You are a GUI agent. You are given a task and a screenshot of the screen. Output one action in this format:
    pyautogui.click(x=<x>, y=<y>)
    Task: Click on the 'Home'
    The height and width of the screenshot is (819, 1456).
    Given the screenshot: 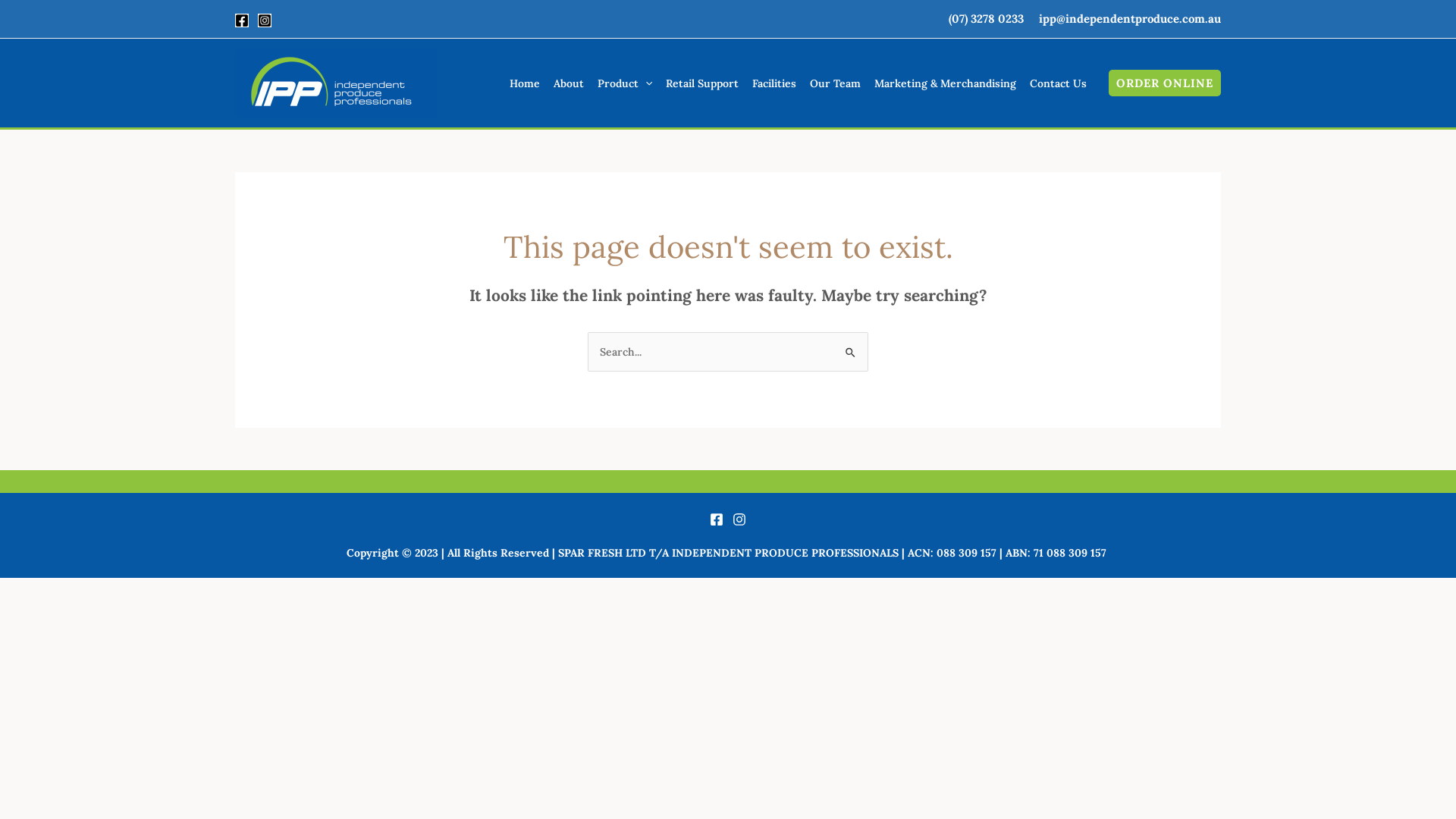 What is the action you would take?
    pyautogui.click(x=524, y=83)
    